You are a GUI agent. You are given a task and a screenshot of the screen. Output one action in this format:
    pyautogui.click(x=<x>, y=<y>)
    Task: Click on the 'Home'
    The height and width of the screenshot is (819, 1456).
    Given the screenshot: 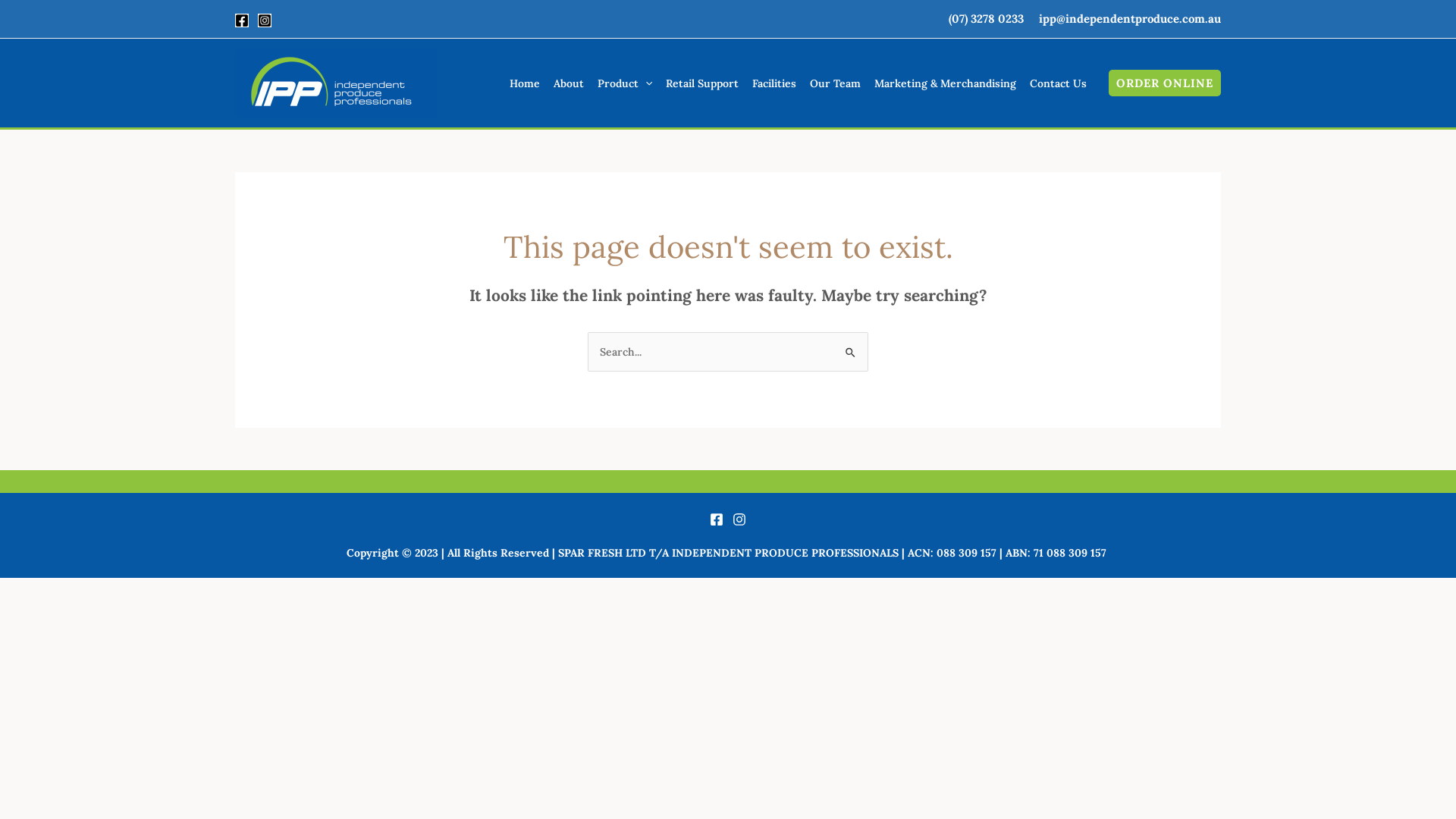 What is the action you would take?
    pyautogui.click(x=524, y=83)
    